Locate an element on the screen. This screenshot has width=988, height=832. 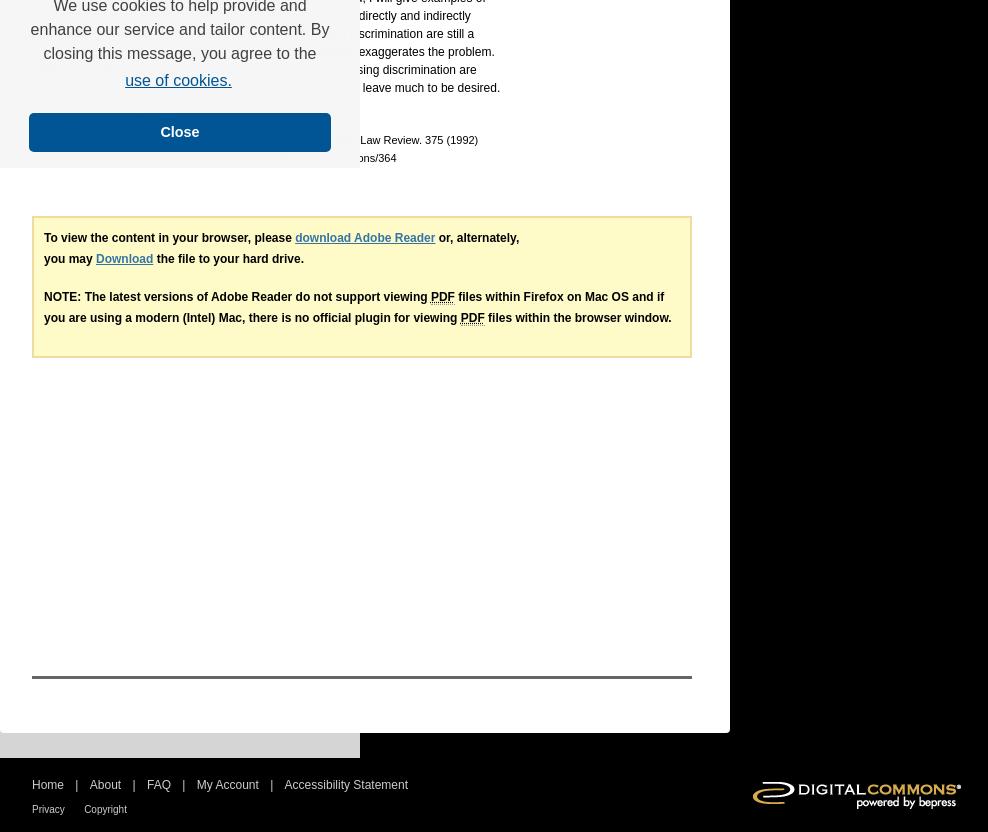
'Privacy' is located at coordinates (47, 807).